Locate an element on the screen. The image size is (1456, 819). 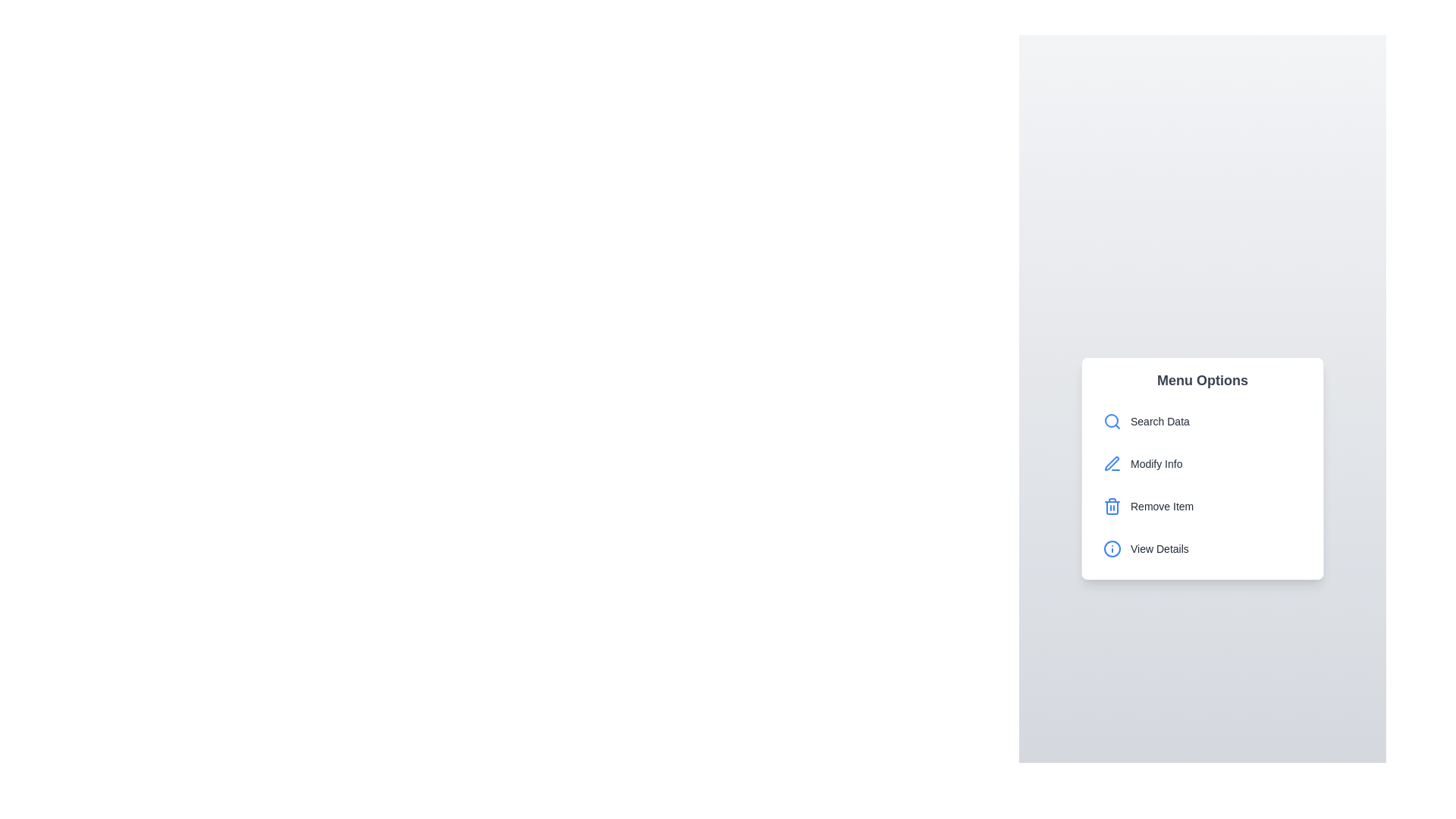
the blue ring circular icon located in the bottom-right menu panel of the interface, which is the outermost circle of the SVG element is located at coordinates (1112, 549).